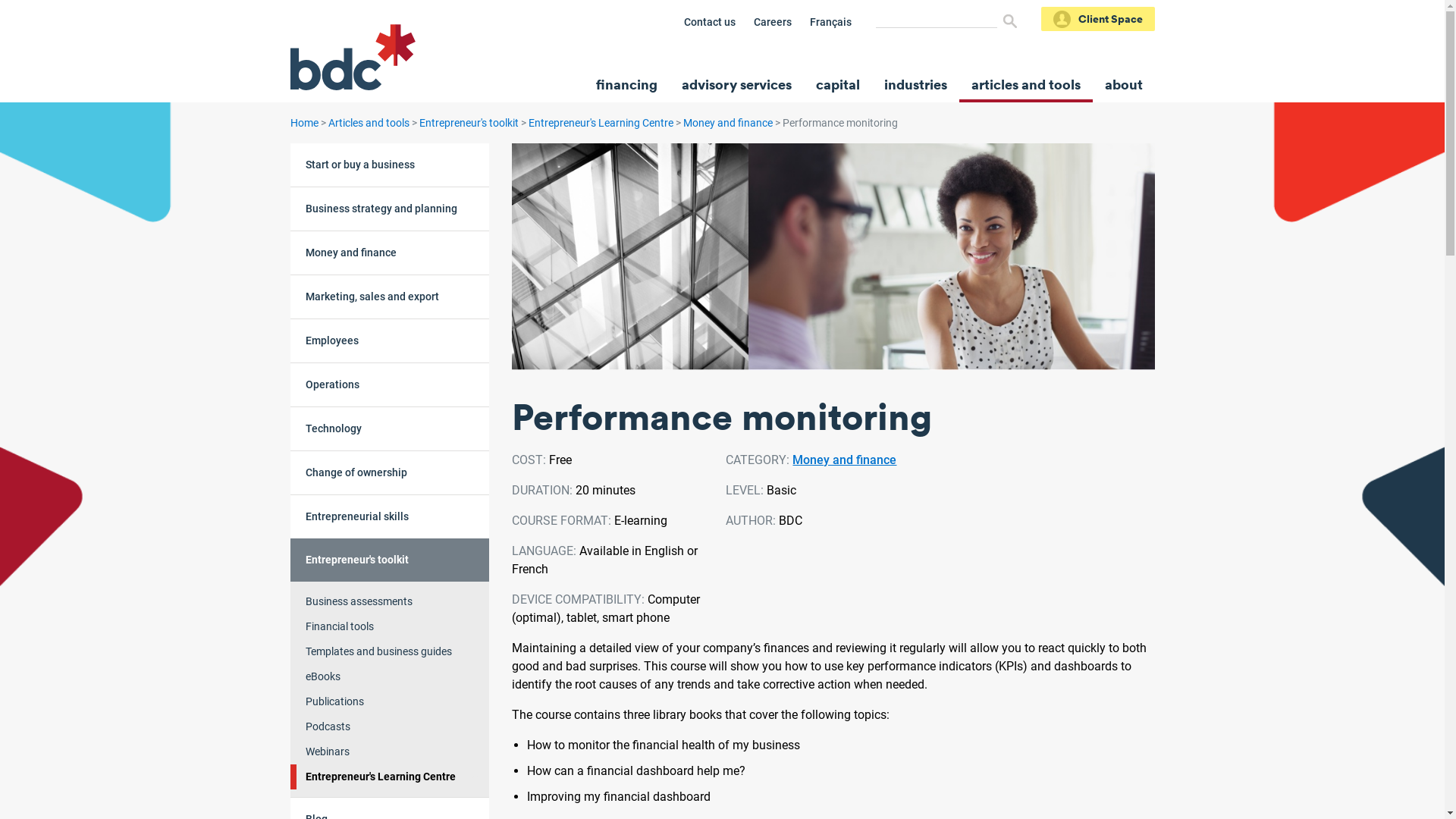 The image size is (1456, 819). What do you see at coordinates (389, 560) in the screenshot?
I see `'Entrepreneur's toolkit'` at bounding box center [389, 560].